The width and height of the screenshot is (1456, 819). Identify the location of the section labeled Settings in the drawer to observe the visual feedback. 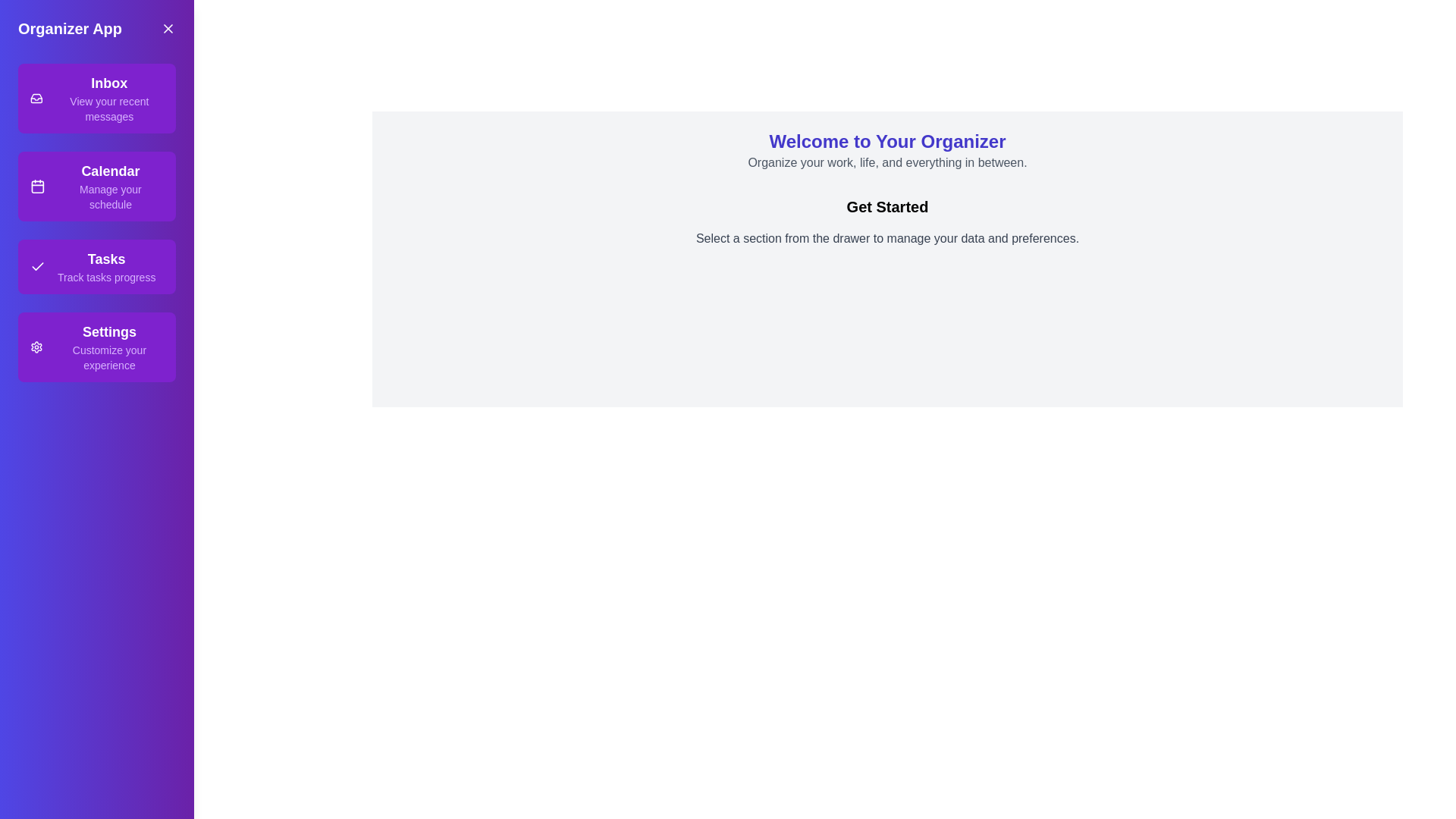
(96, 347).